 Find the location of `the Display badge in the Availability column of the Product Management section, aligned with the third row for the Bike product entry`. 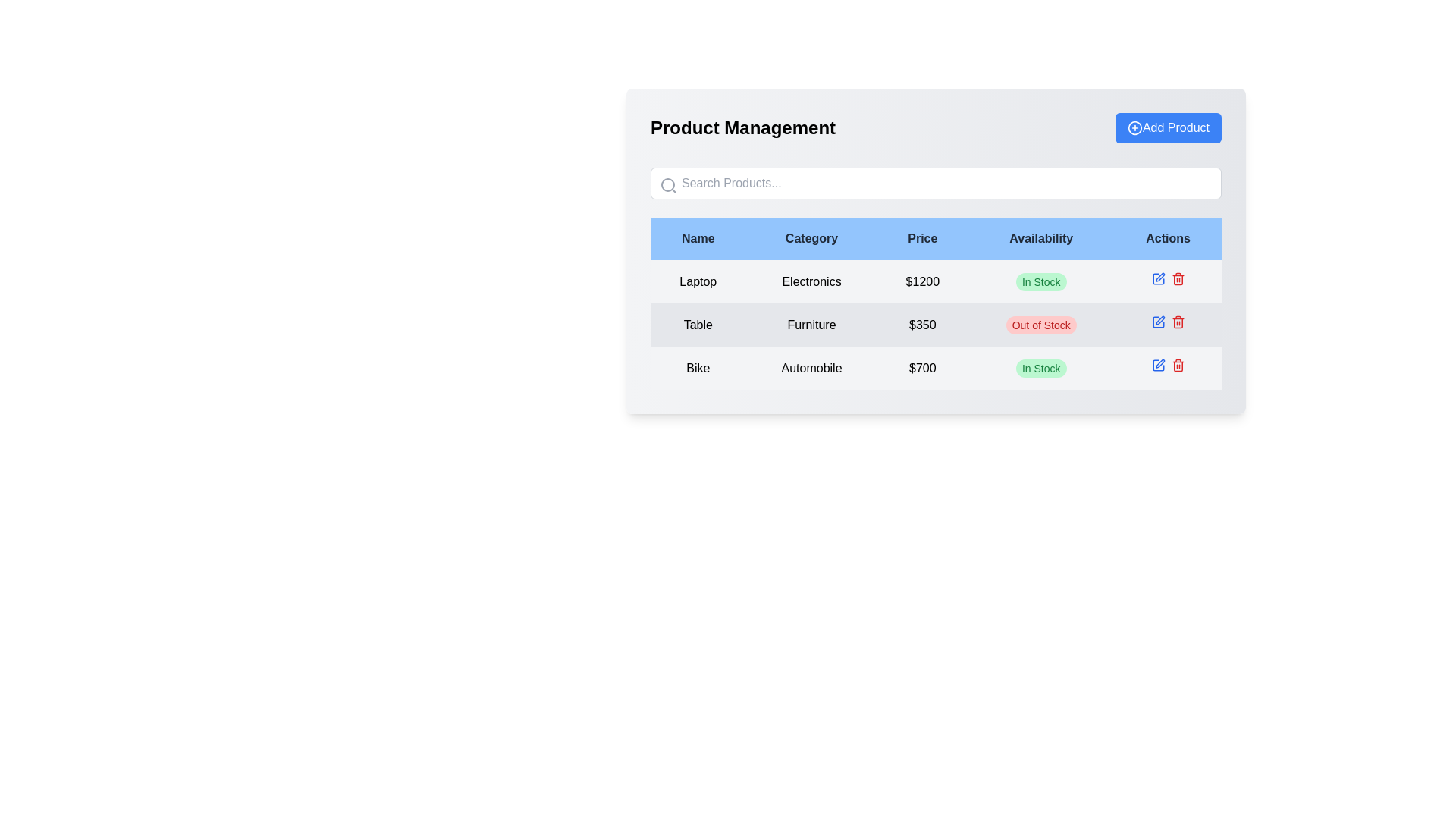

the Display badge in the Availability column of the Product Management section, aligned with the third row for the Bike product entry is located at coordinates (1040, 368).